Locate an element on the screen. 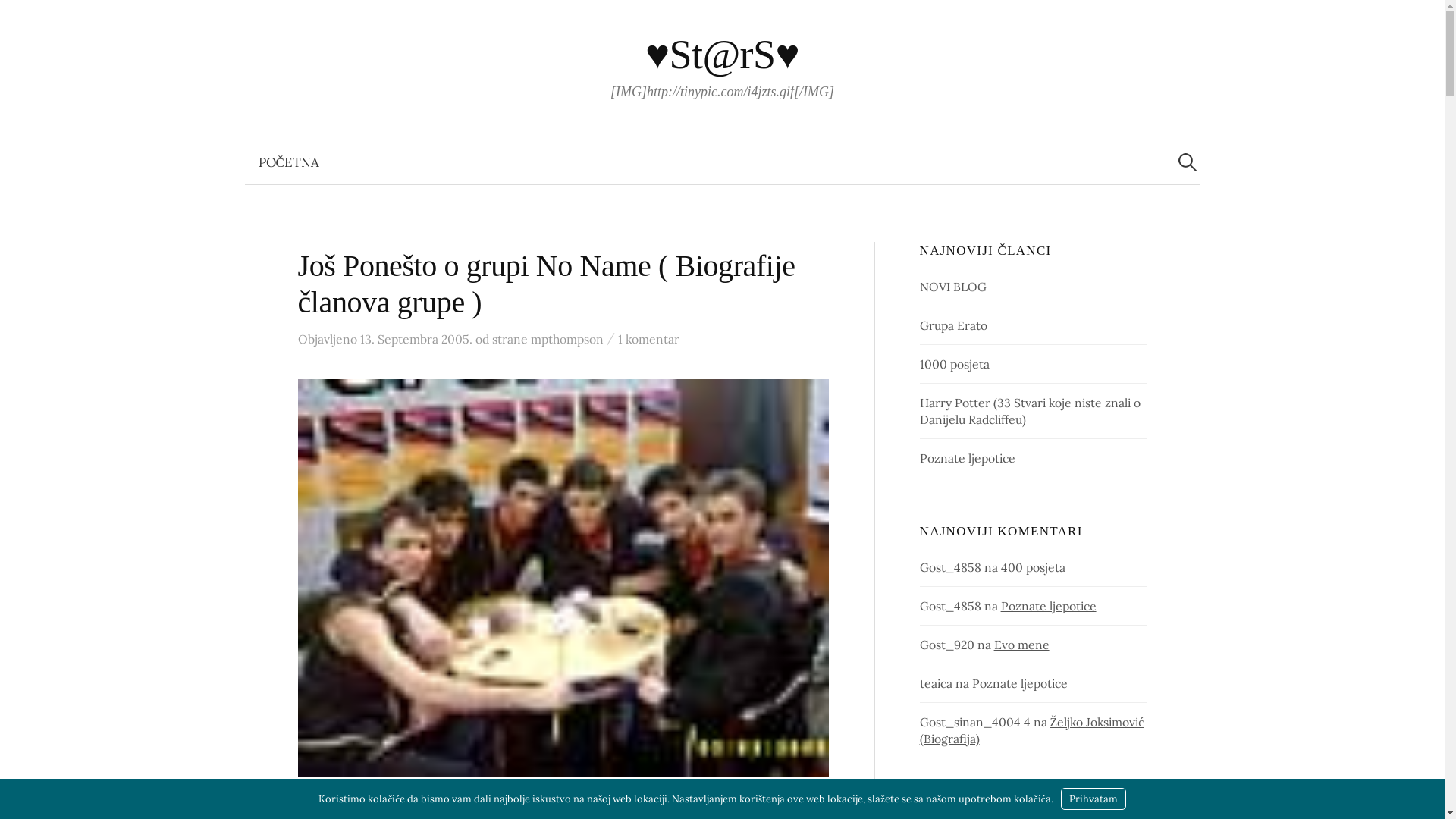  'Grupa Erato' is located at coordinates (952, 324).